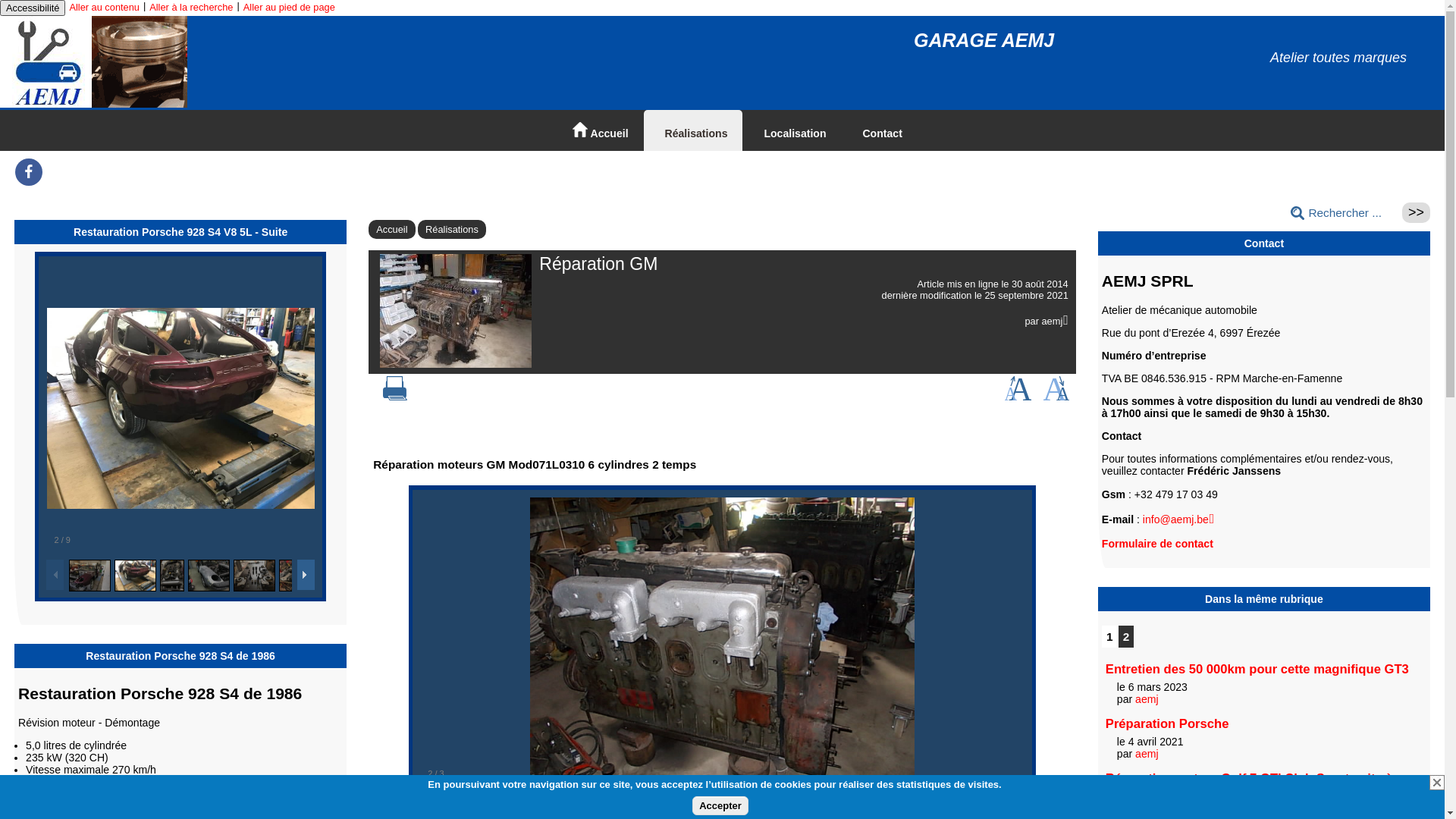  I want to click on '2', so click(1118, 636).